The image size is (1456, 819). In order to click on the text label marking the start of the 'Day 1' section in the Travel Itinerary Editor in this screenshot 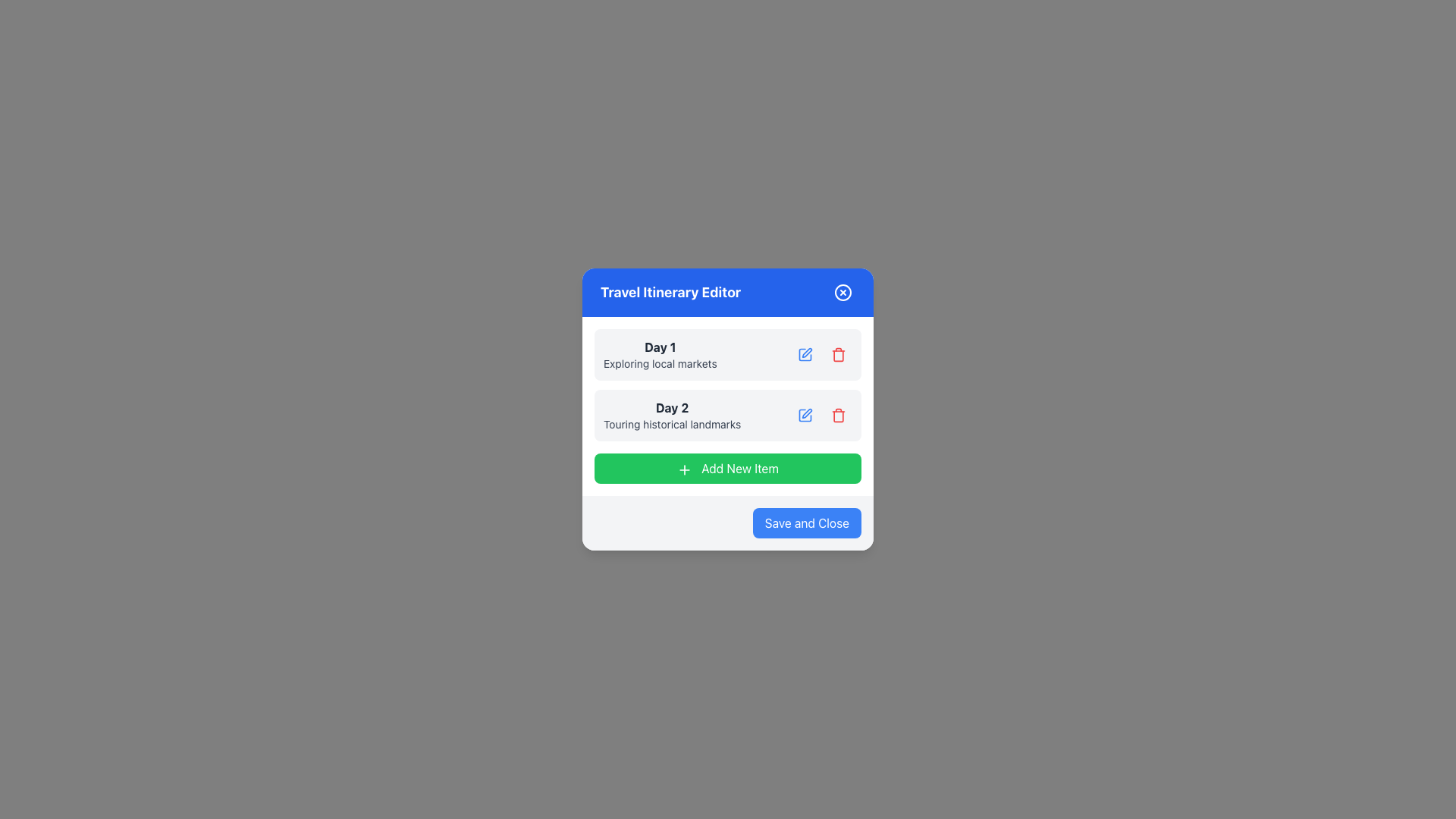, I will do `click(660, 347)`.